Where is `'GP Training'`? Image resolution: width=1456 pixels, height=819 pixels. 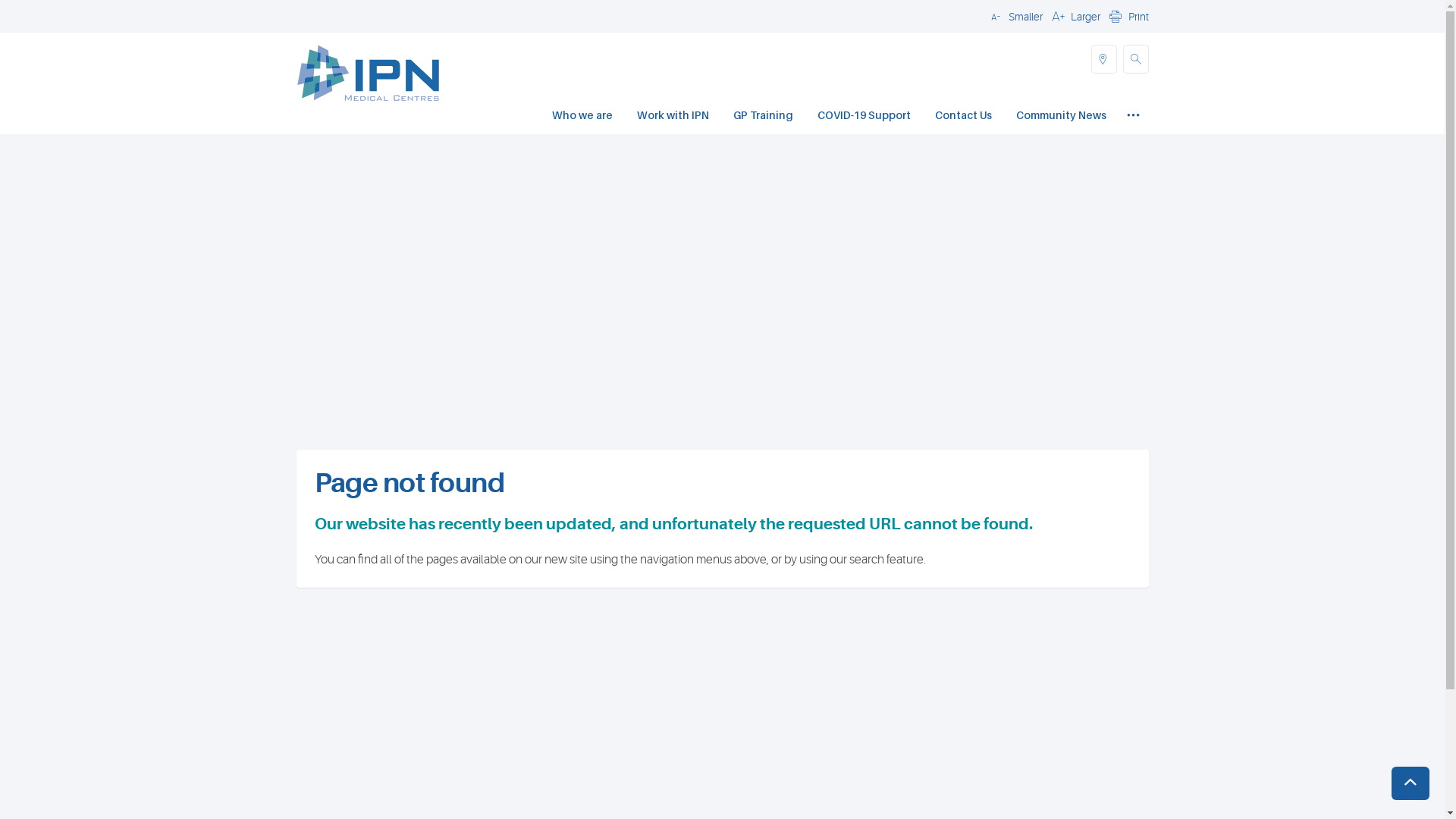
'GP Training' is located at coordinates (762, 116).